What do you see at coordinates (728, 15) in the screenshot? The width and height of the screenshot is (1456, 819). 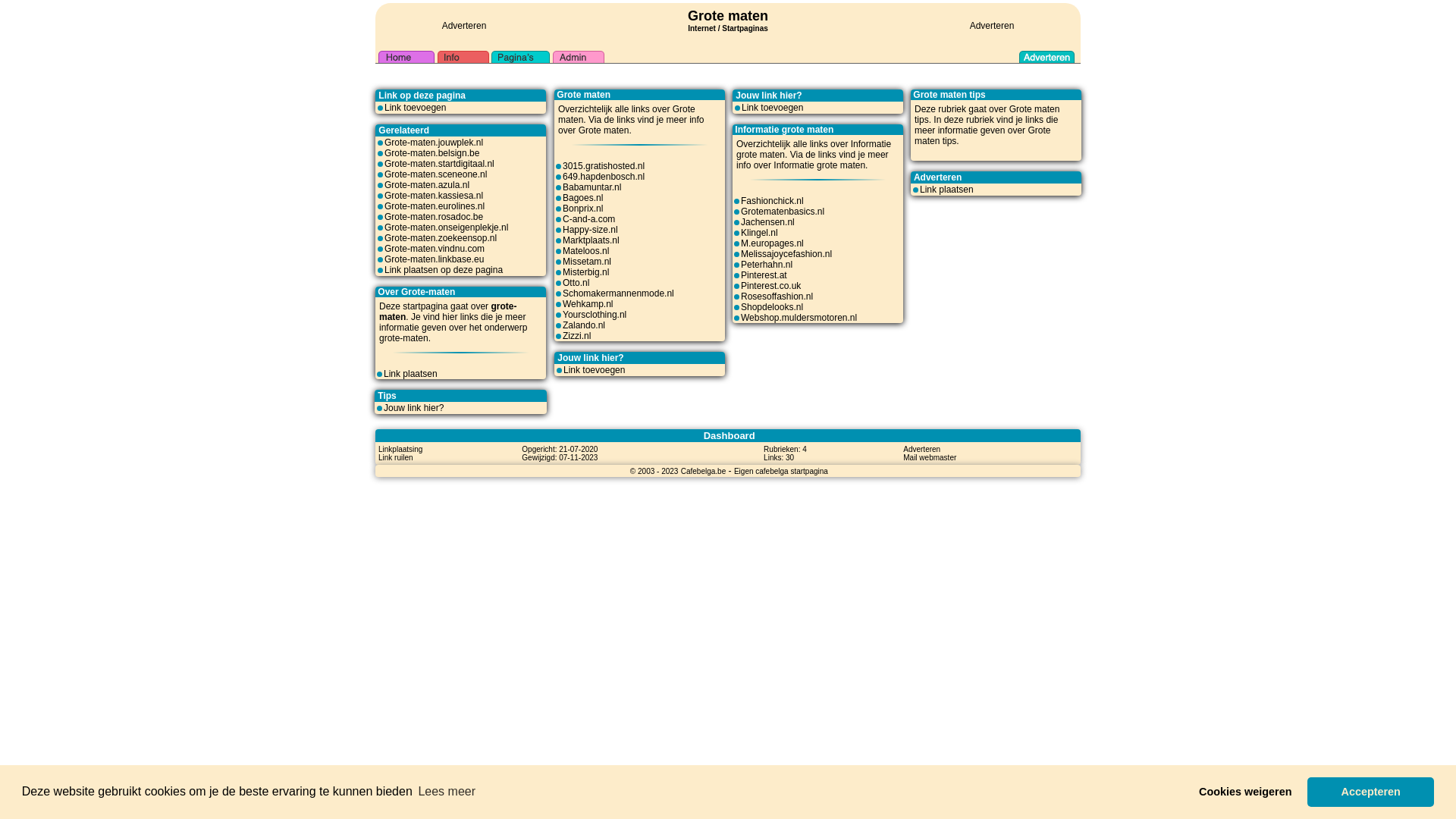 I see `'Grote maten'` at bounding box center [728, 15].